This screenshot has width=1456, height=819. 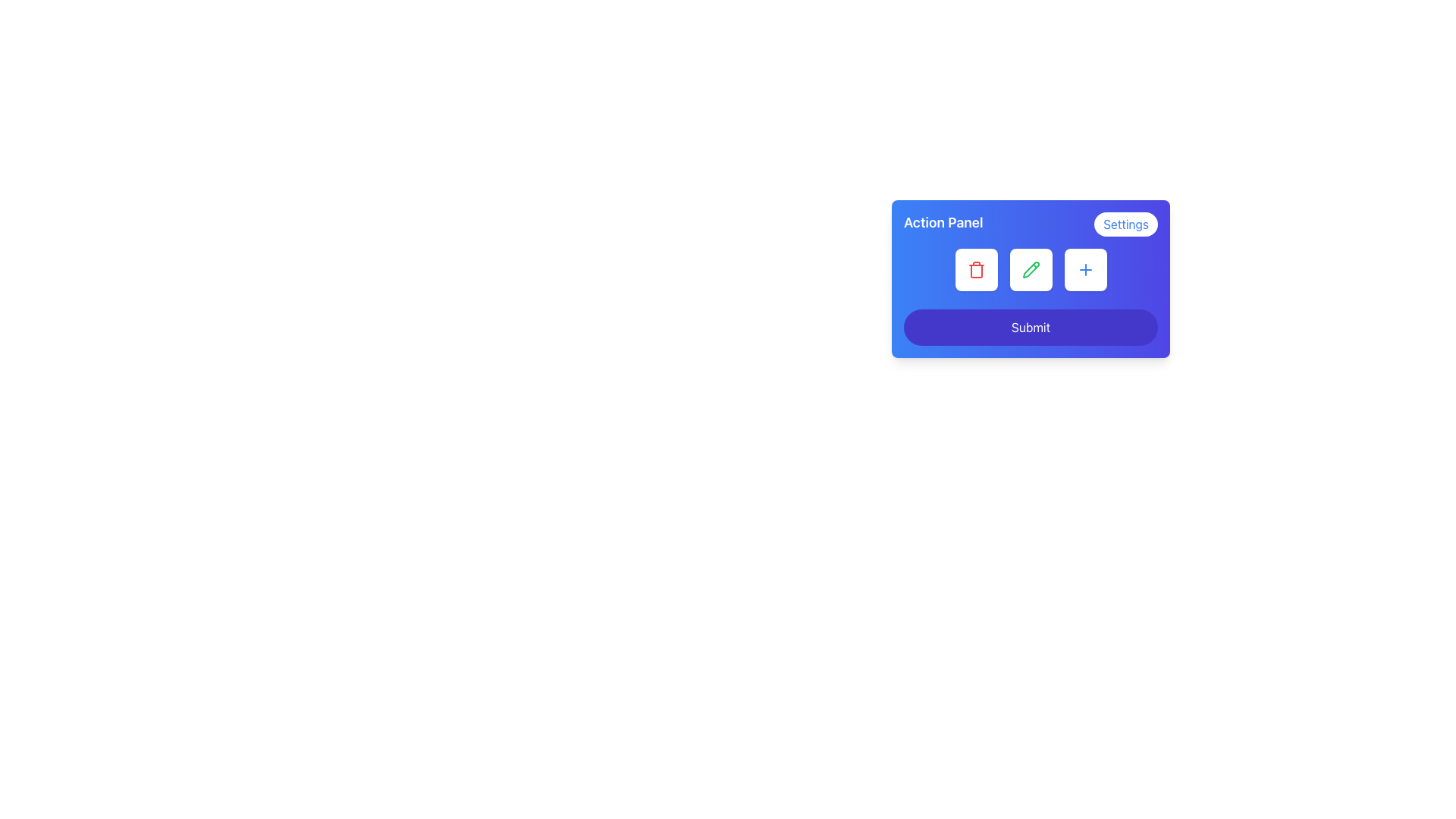 What do you see at coordinates (1084, 268) in the screenshot?
I see `the plus symbol button, which is a blue icon centered inside a white square with rounded corners, located in the third position of a row of three icons within the blue action panel` at bounding box center [1084, 268].